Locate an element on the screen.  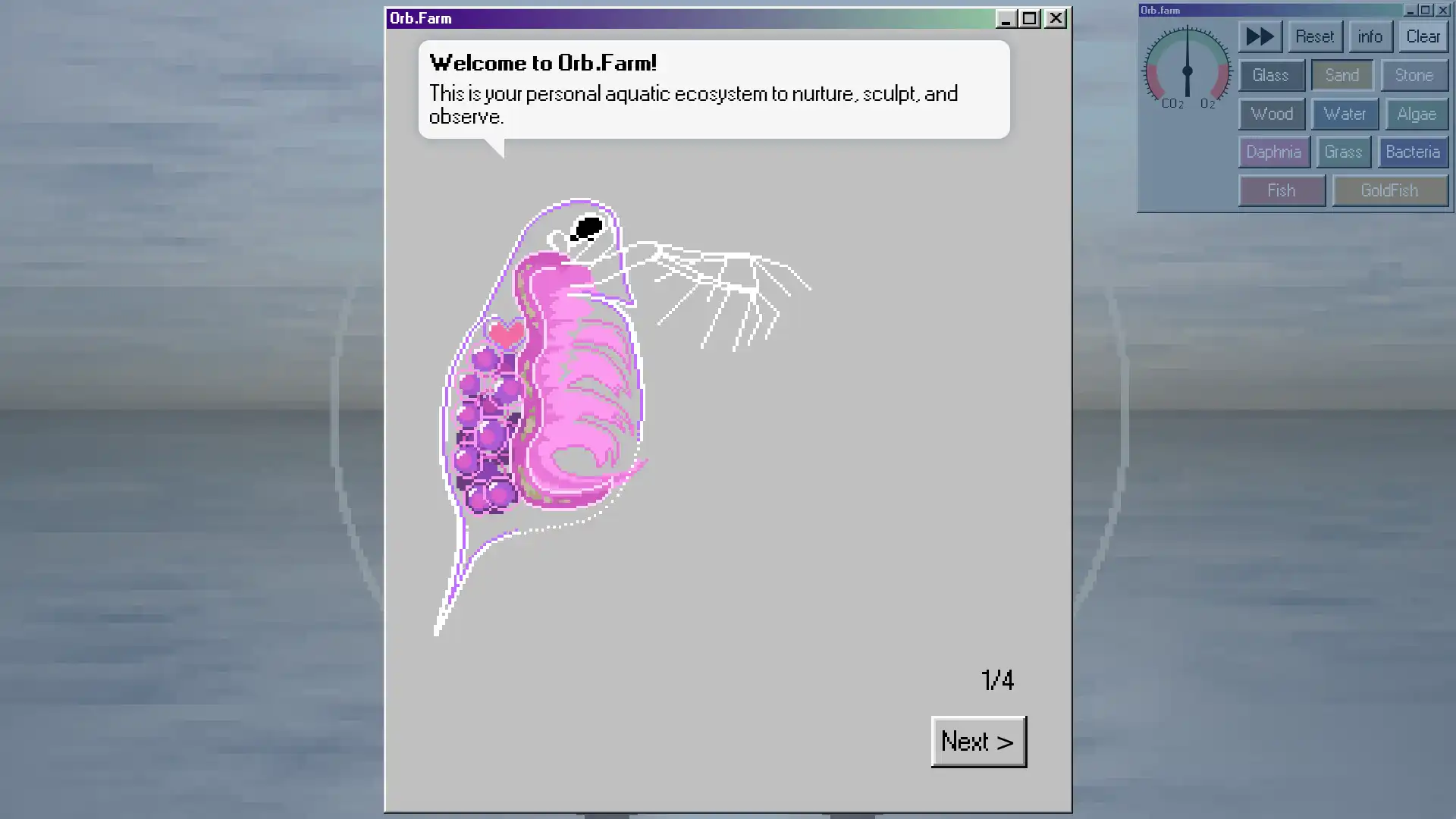
Grass is located at coordinates (716, 80).